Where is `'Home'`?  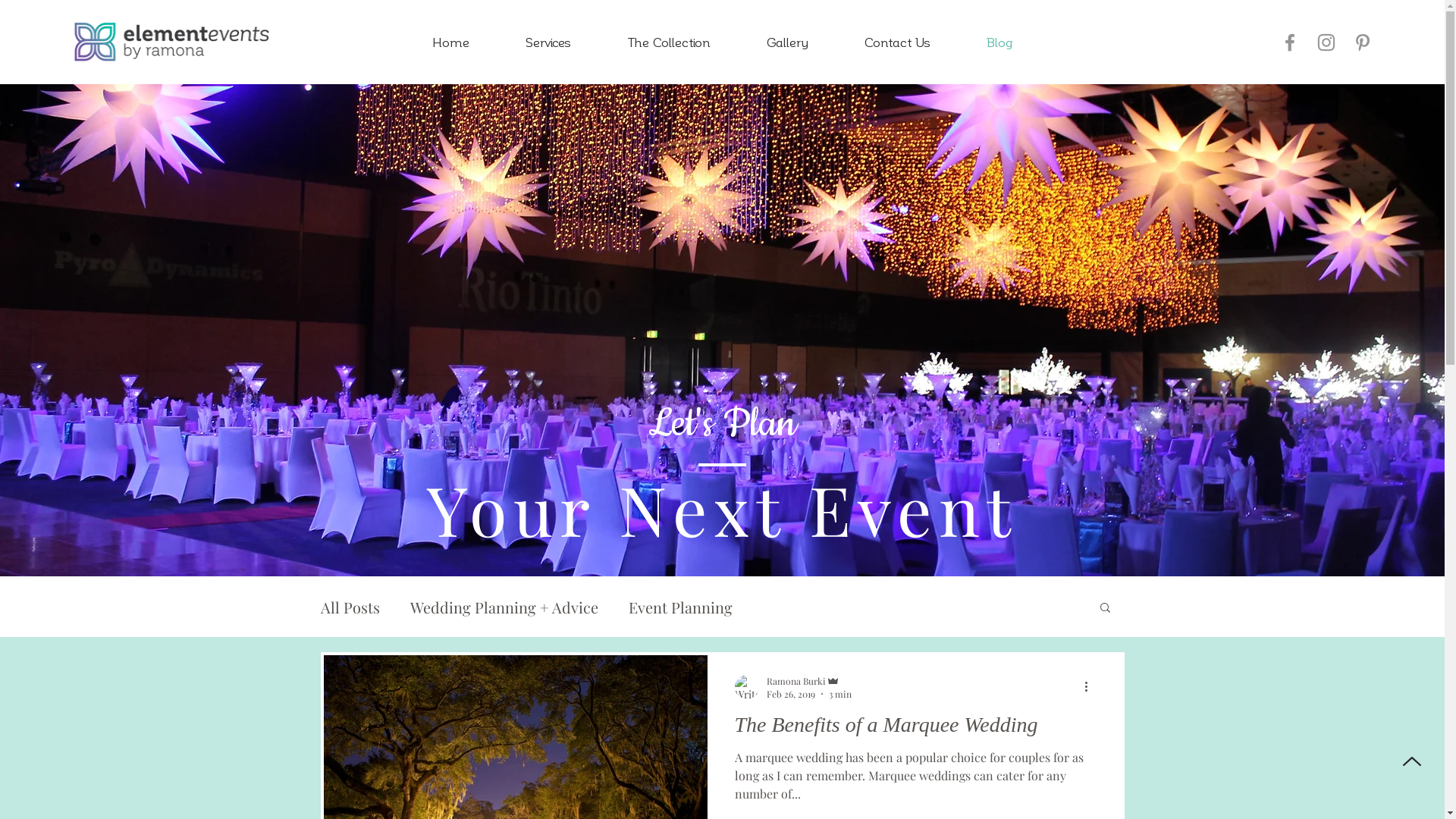 'Home' is located at coordinates (449, 40).